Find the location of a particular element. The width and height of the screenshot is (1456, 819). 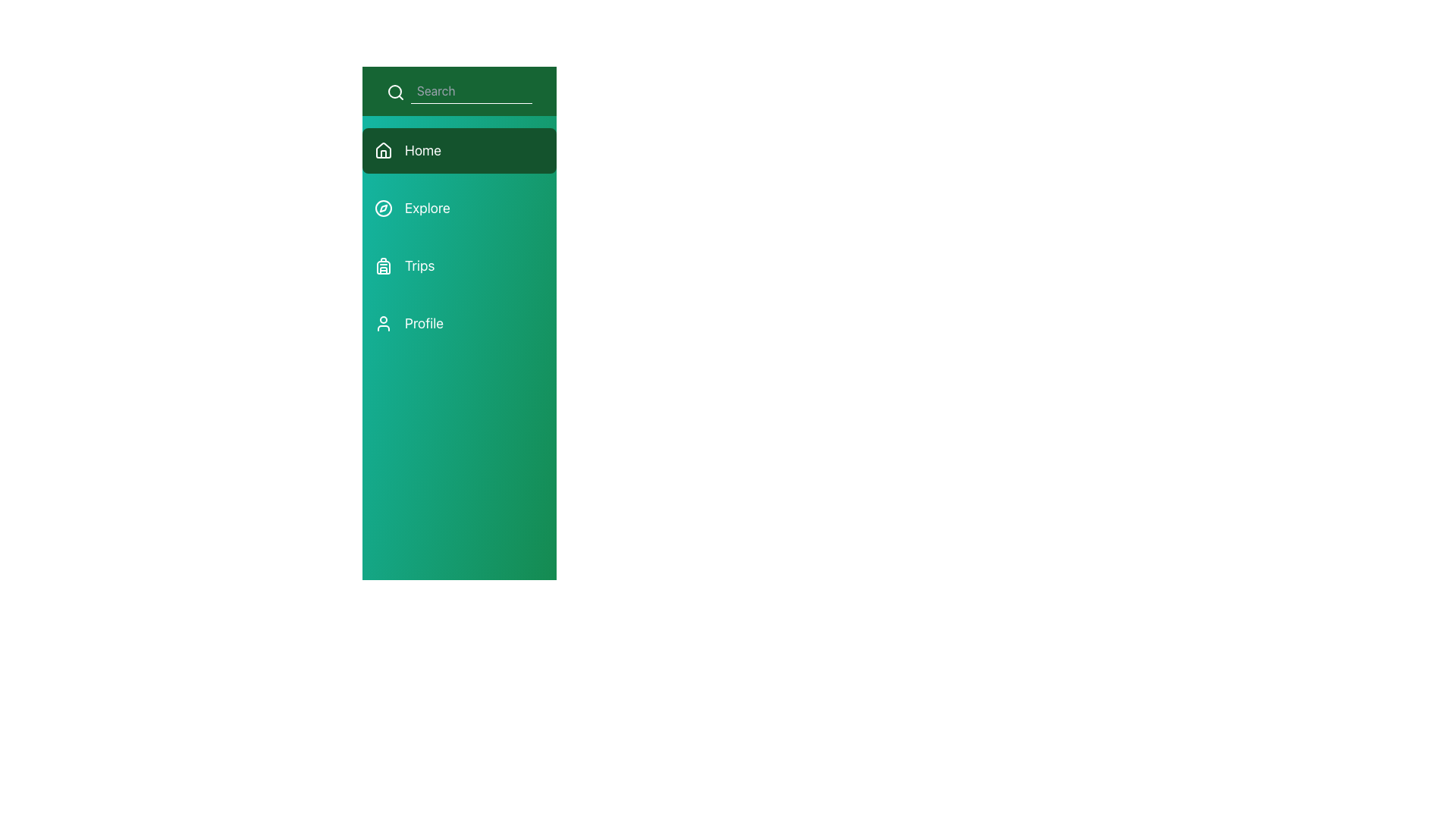

the backpack icon located within the 'Trips' menu item on the sidebar, which is third from the top and positioned to the left of the 'Trips' label is located at coordinates (383, 267).